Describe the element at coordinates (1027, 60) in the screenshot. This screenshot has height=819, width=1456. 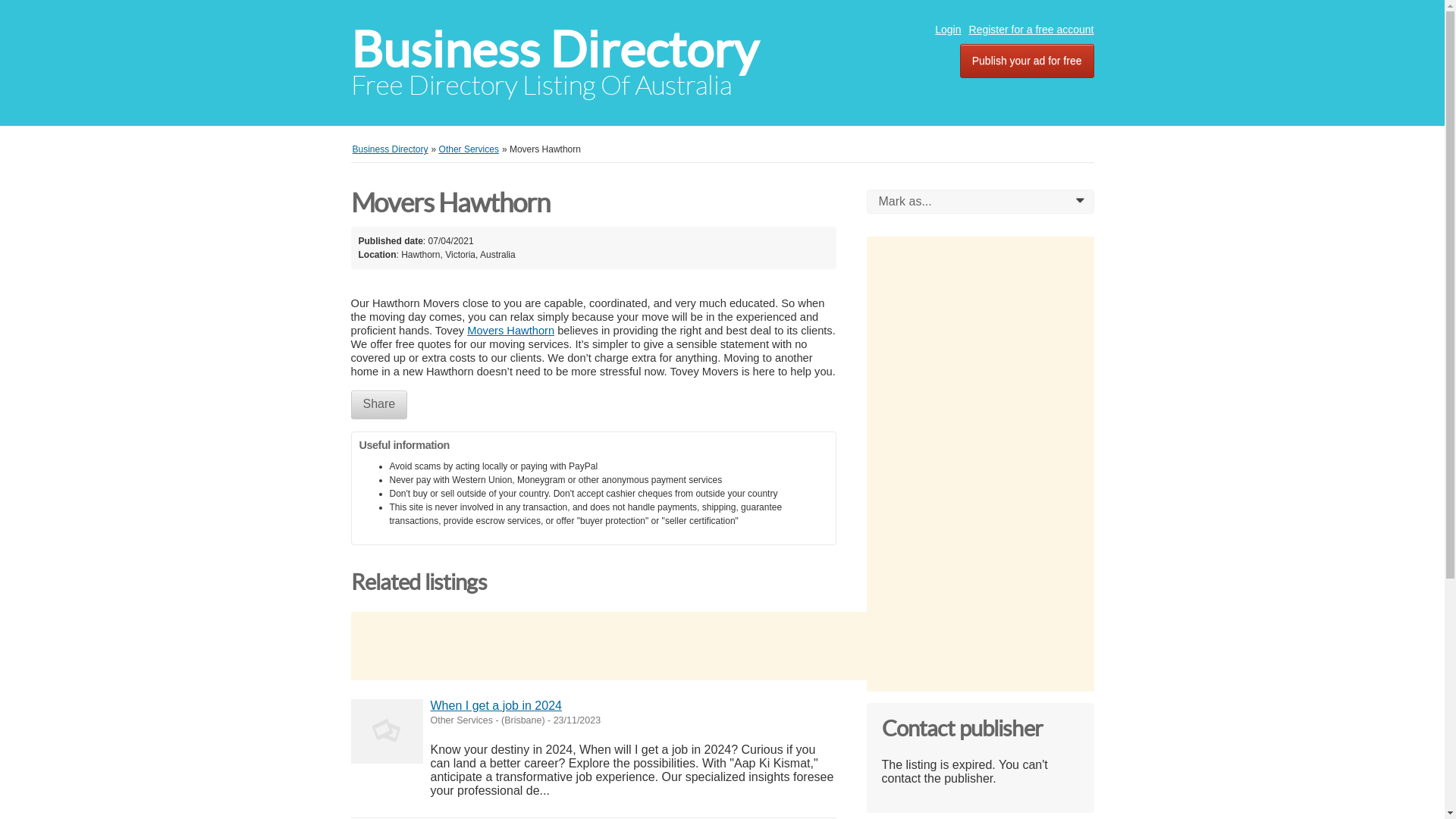
I see `'Publish your ad for free'` at that location.